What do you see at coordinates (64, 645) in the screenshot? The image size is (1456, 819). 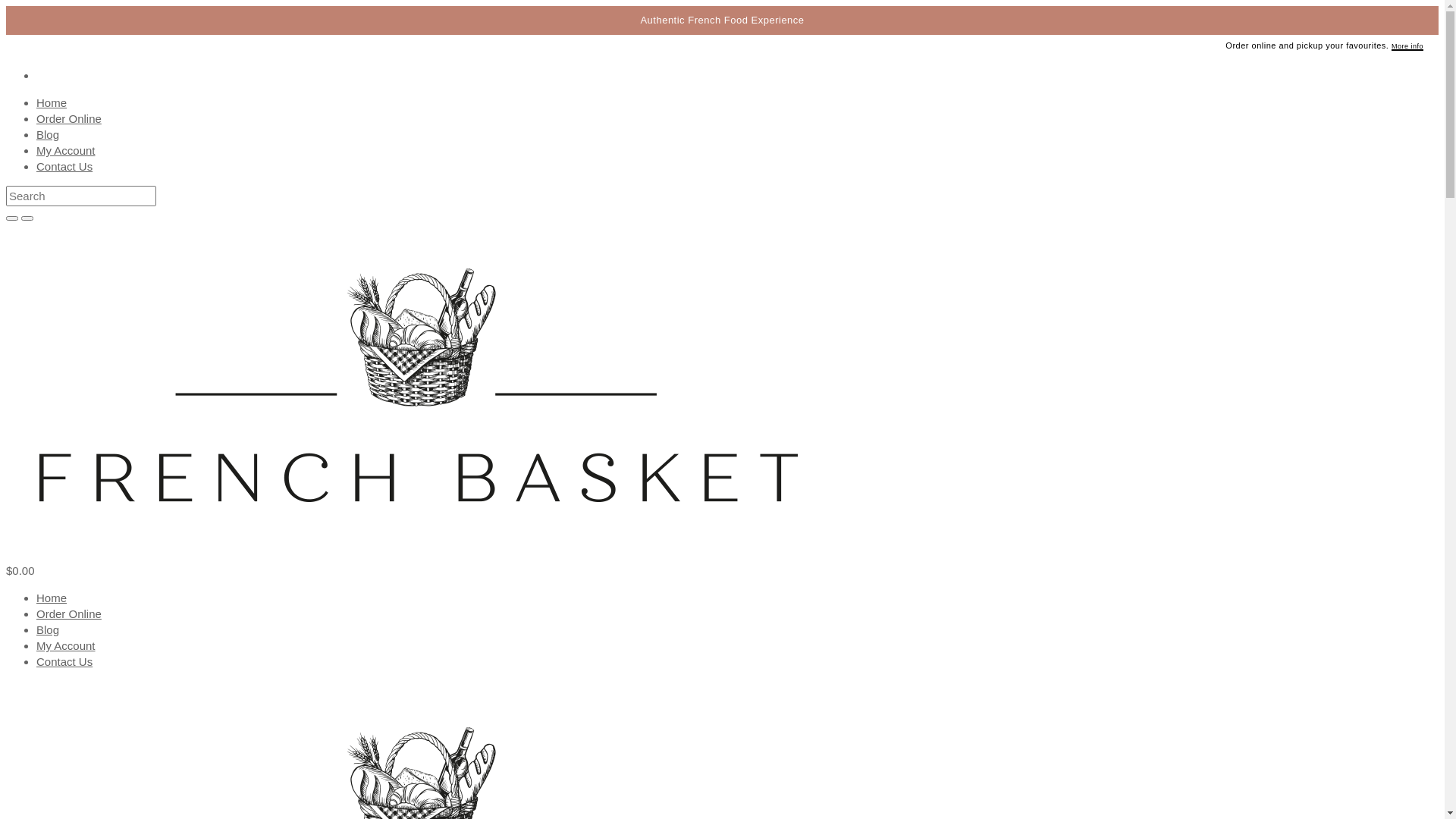 I see `'My Account'` at bounding box center [64, 645].